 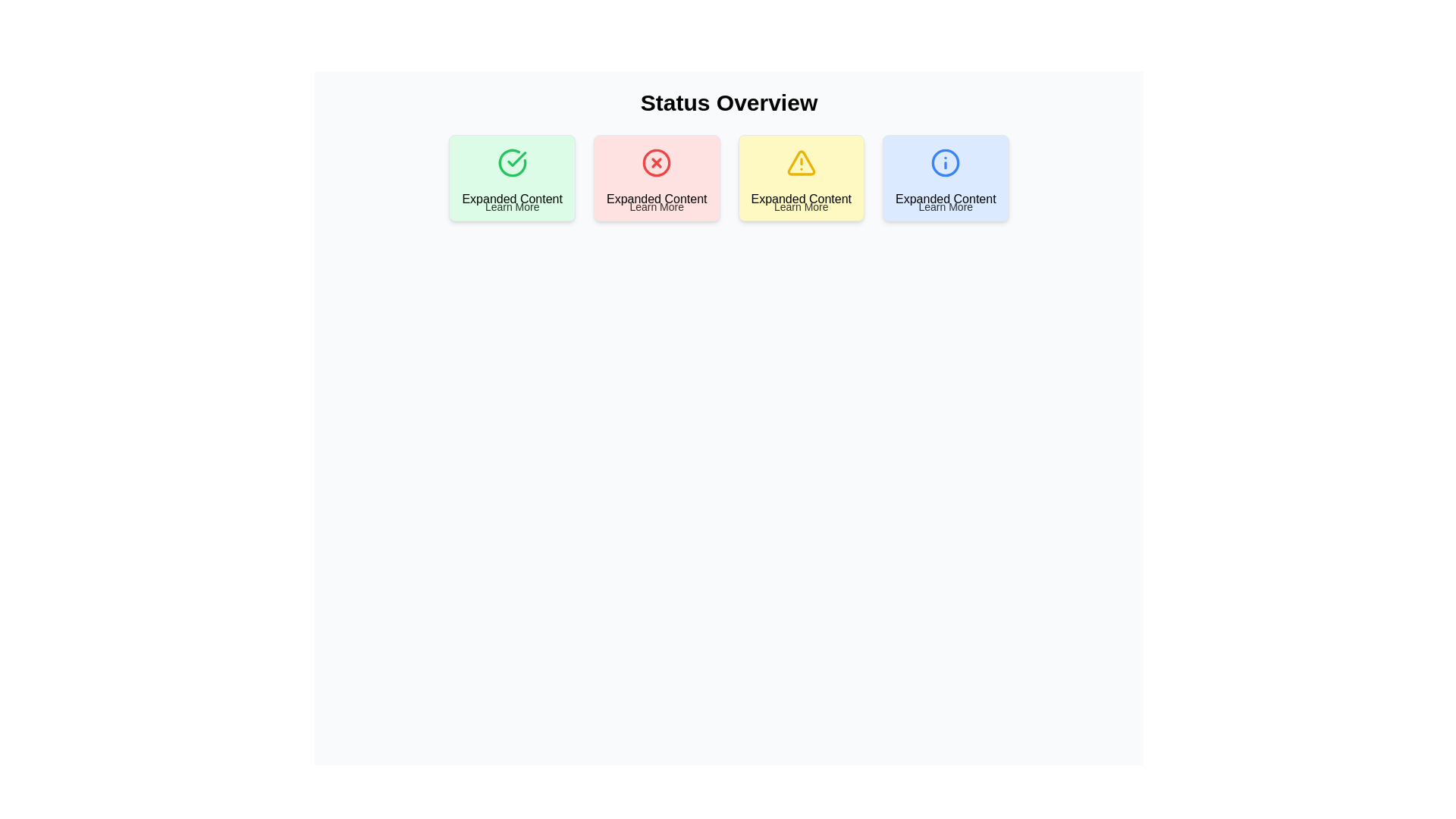 I want to click on the 'Learn More' hyperlink located at the bottom of the leftmost card, beneath 'Expanded Content', so click(x=512, y=207).